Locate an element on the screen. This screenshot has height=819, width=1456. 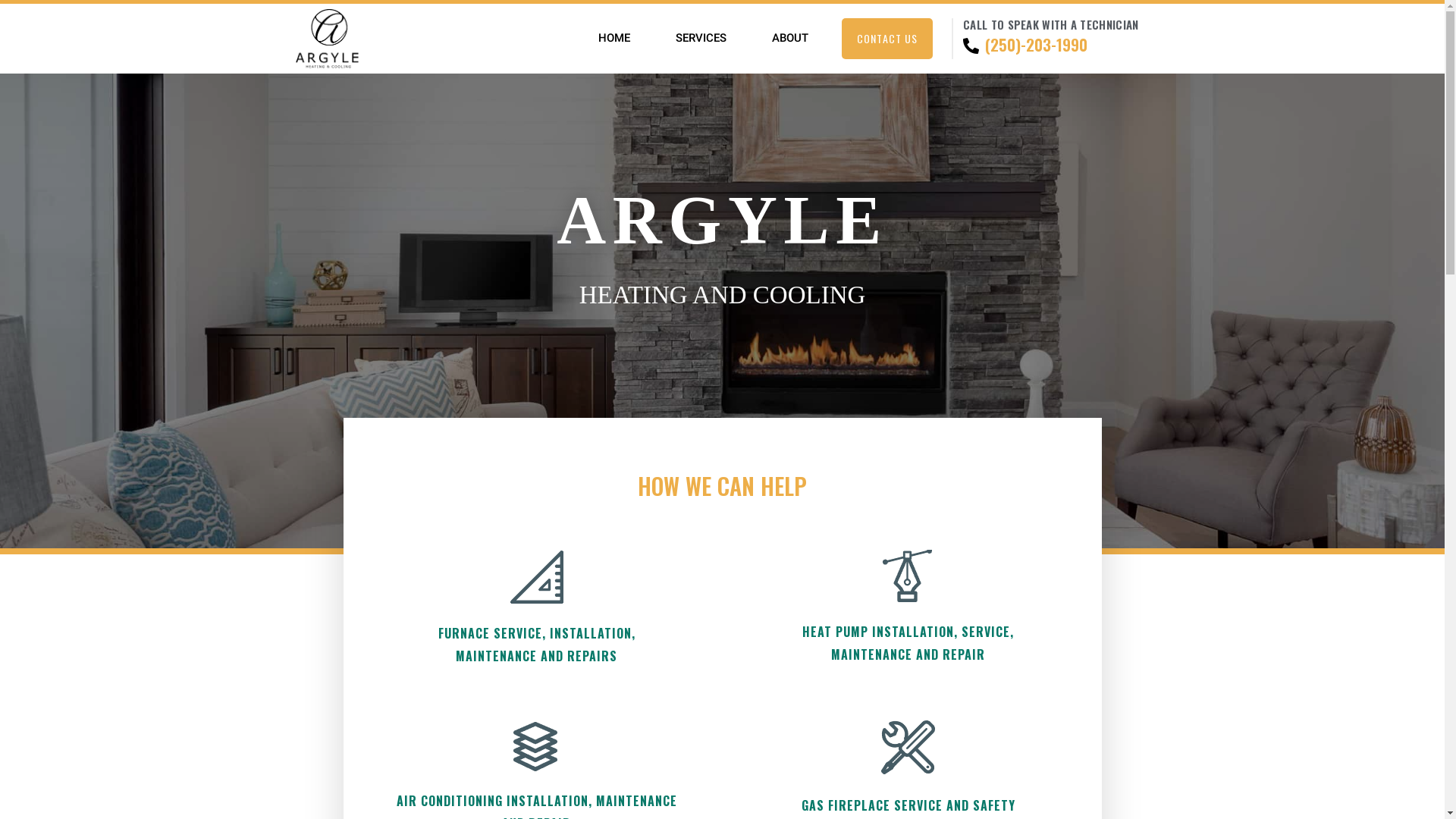
'(250)-203-1990' is located at coordinates (1027, 44).